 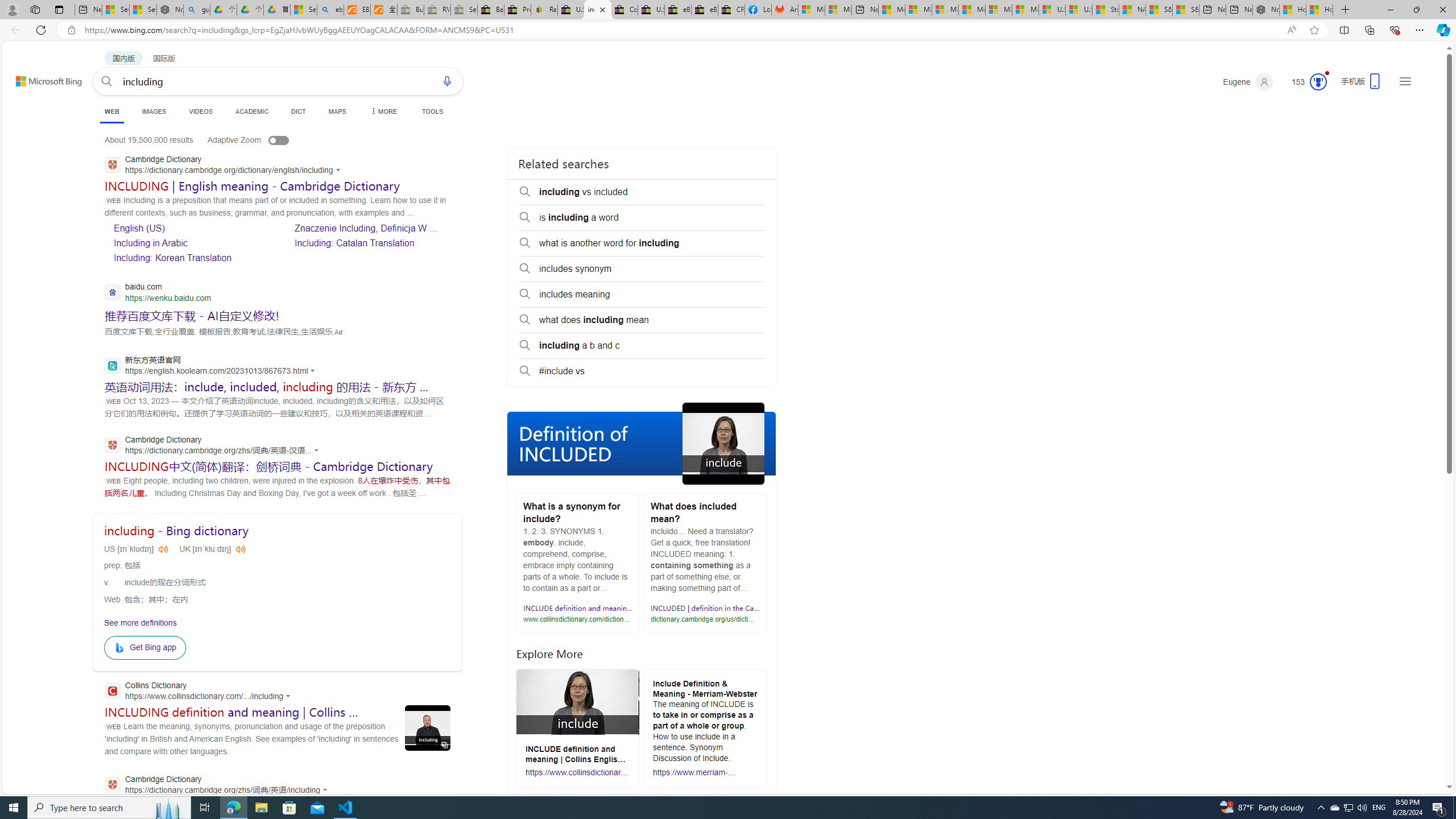 I want to click on 'ACADEMIC', so click(x=253, y=111).